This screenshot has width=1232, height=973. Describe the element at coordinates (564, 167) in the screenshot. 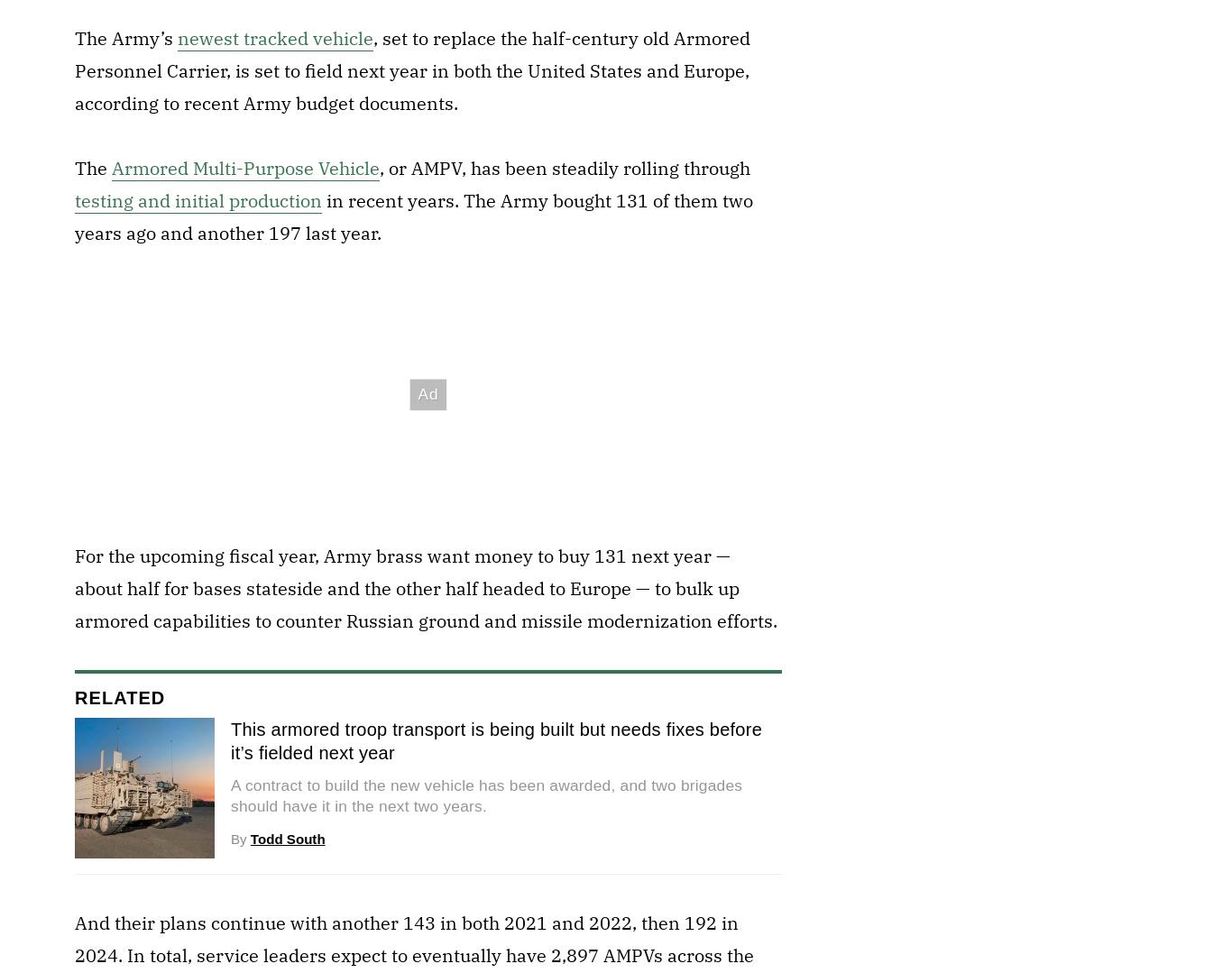

I see `', or AMPV, has been steadily rolling through'` at that location.